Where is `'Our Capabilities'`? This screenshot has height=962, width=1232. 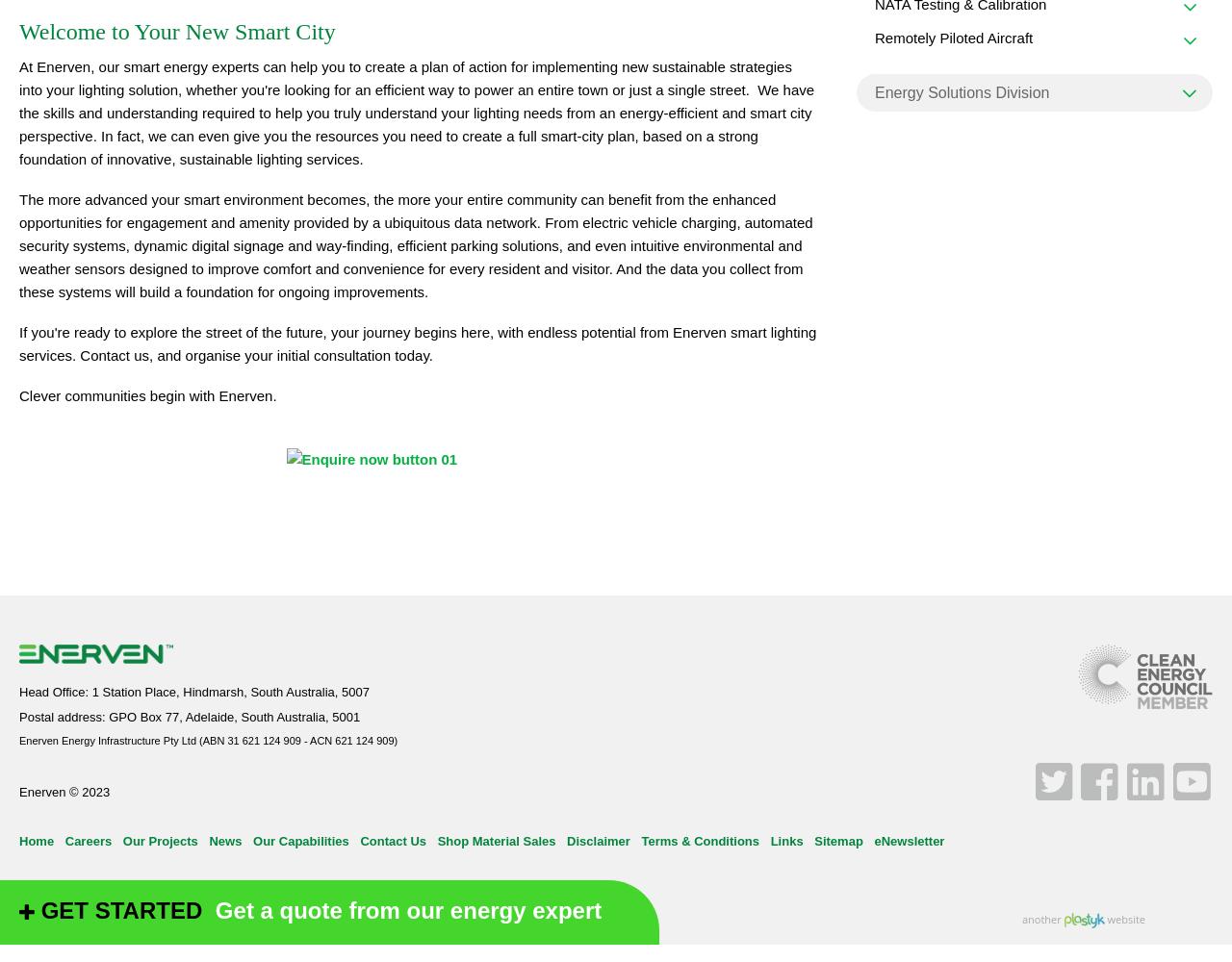 'Our Capabilities' is located at coordinates (299, 839).